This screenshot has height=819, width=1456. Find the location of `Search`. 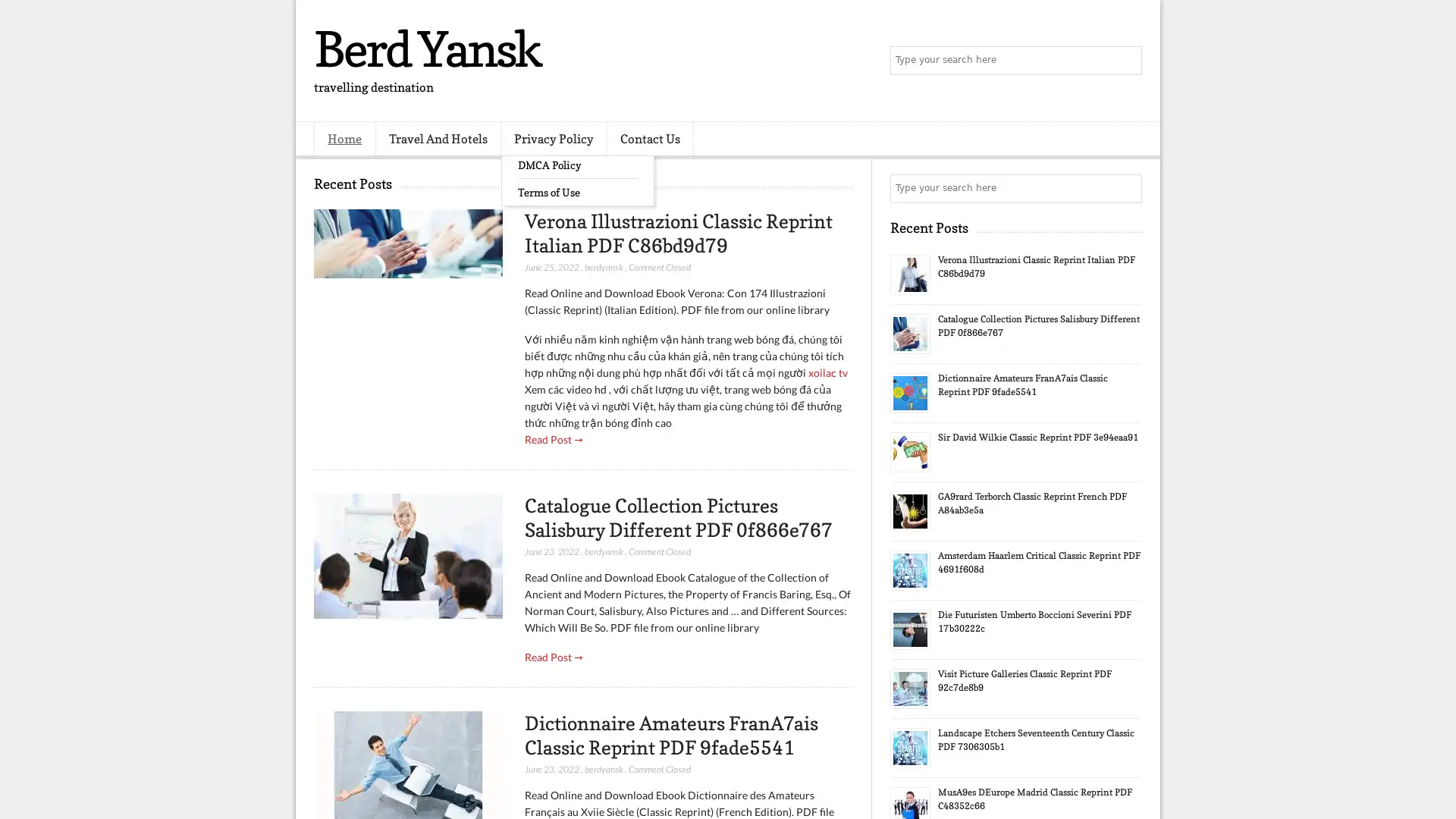

Search is located at coordinates (1126, 61).